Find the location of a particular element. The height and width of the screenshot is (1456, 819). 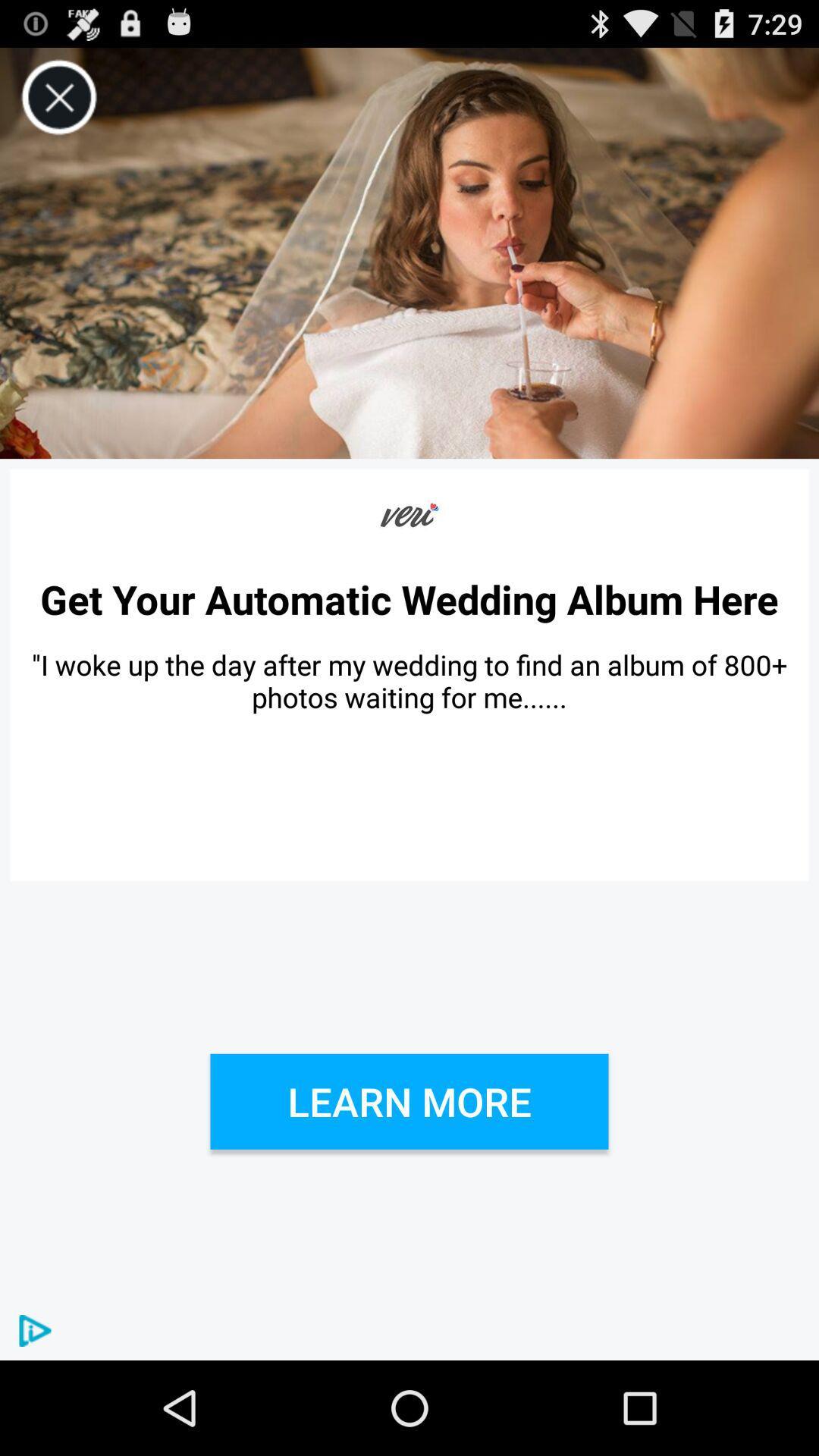

icon below get your automatic app is located at coordinates (409, 680).